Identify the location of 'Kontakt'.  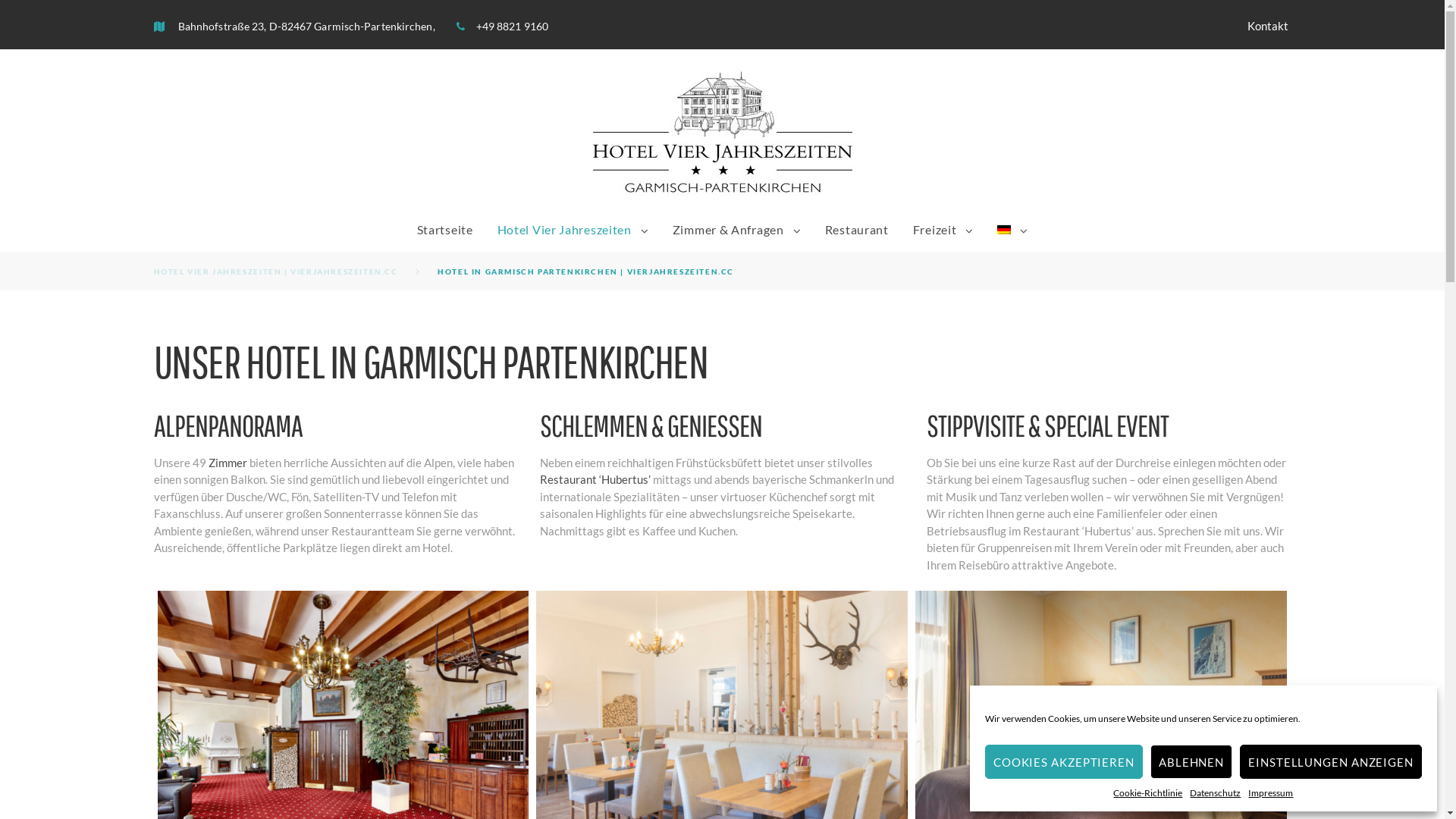
(1267, 26).